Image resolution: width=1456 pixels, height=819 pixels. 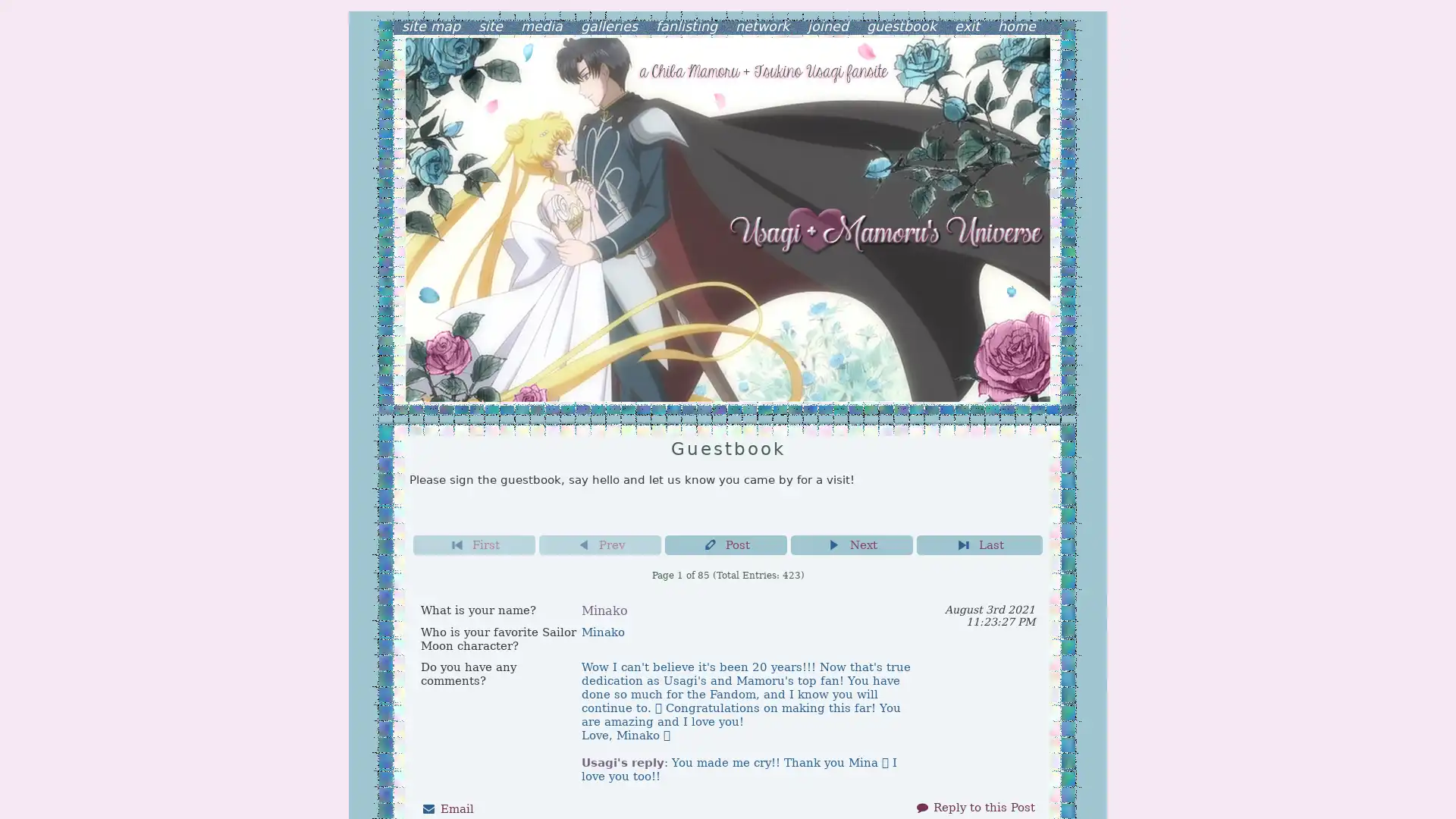 I want to click on Reply to this Post, so click(x=974, y=806).